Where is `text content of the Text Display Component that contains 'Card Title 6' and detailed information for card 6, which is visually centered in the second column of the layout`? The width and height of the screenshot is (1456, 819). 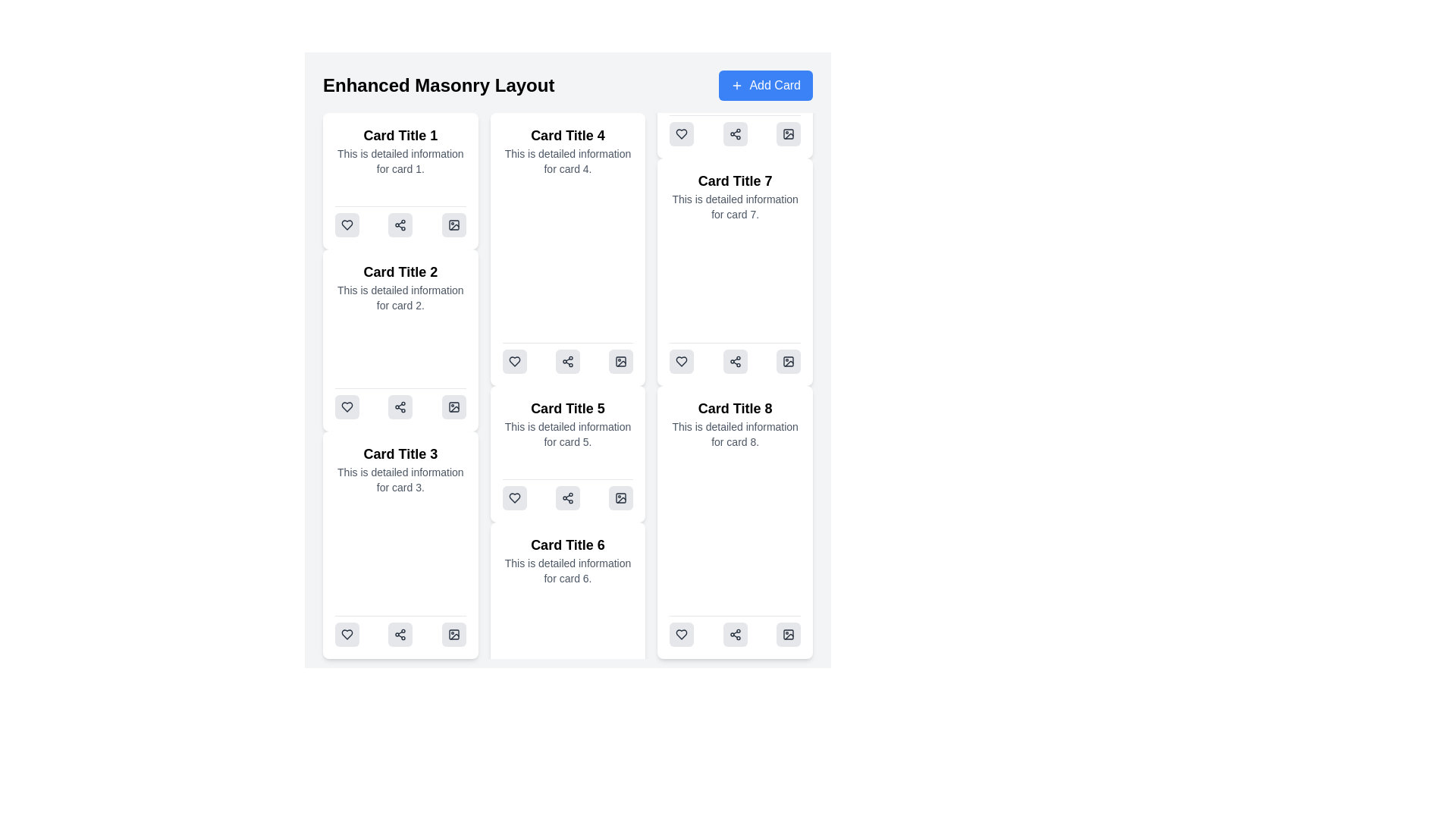
text content of the Text Display Component that contains 'Card Title 6' and detailed information for card 6, which is visually centered in the second column of the layout is located at coordinates (566, 560).